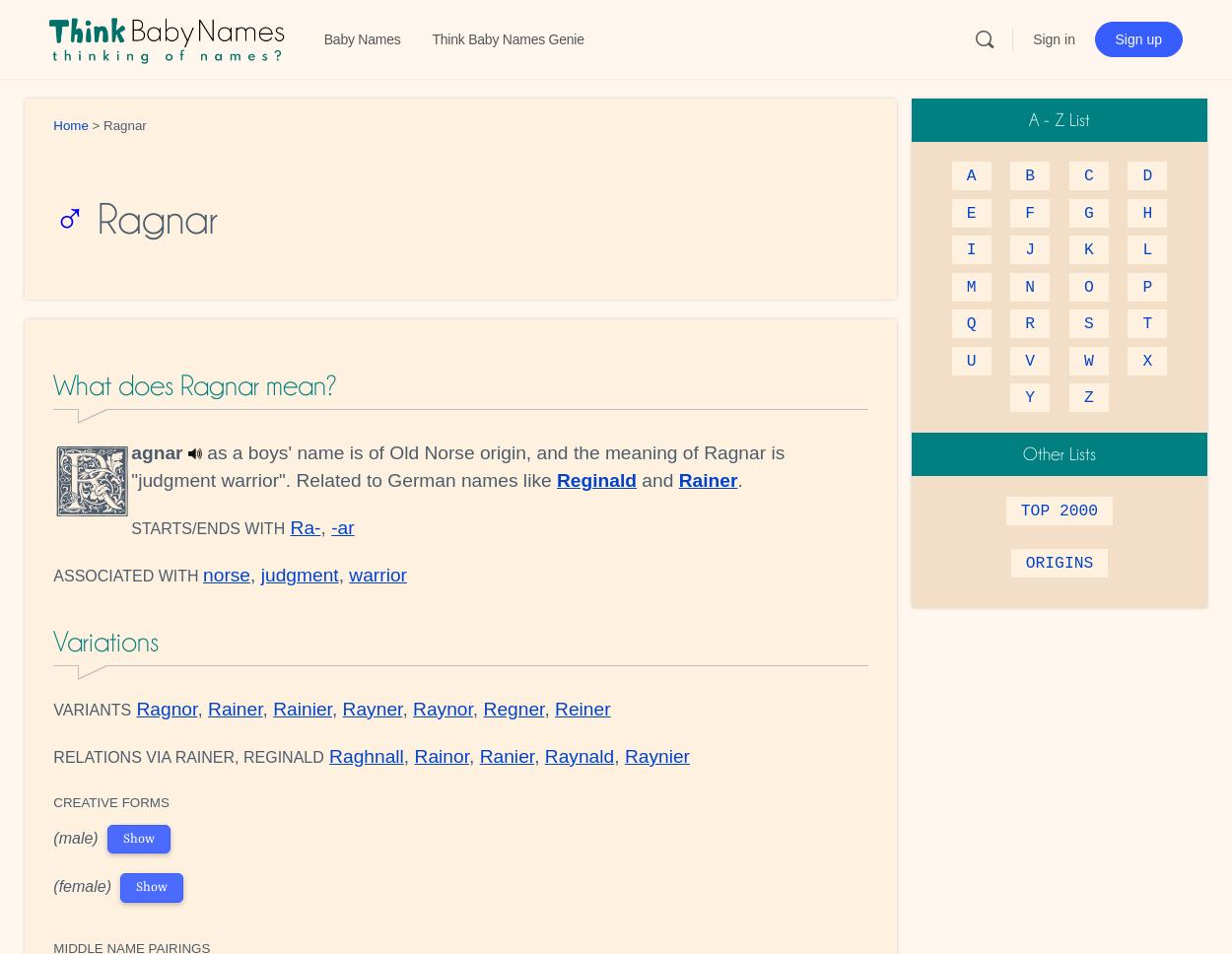 This screenshot has width=1232, height=954. I want to click on 'C', so click(1087, 175).